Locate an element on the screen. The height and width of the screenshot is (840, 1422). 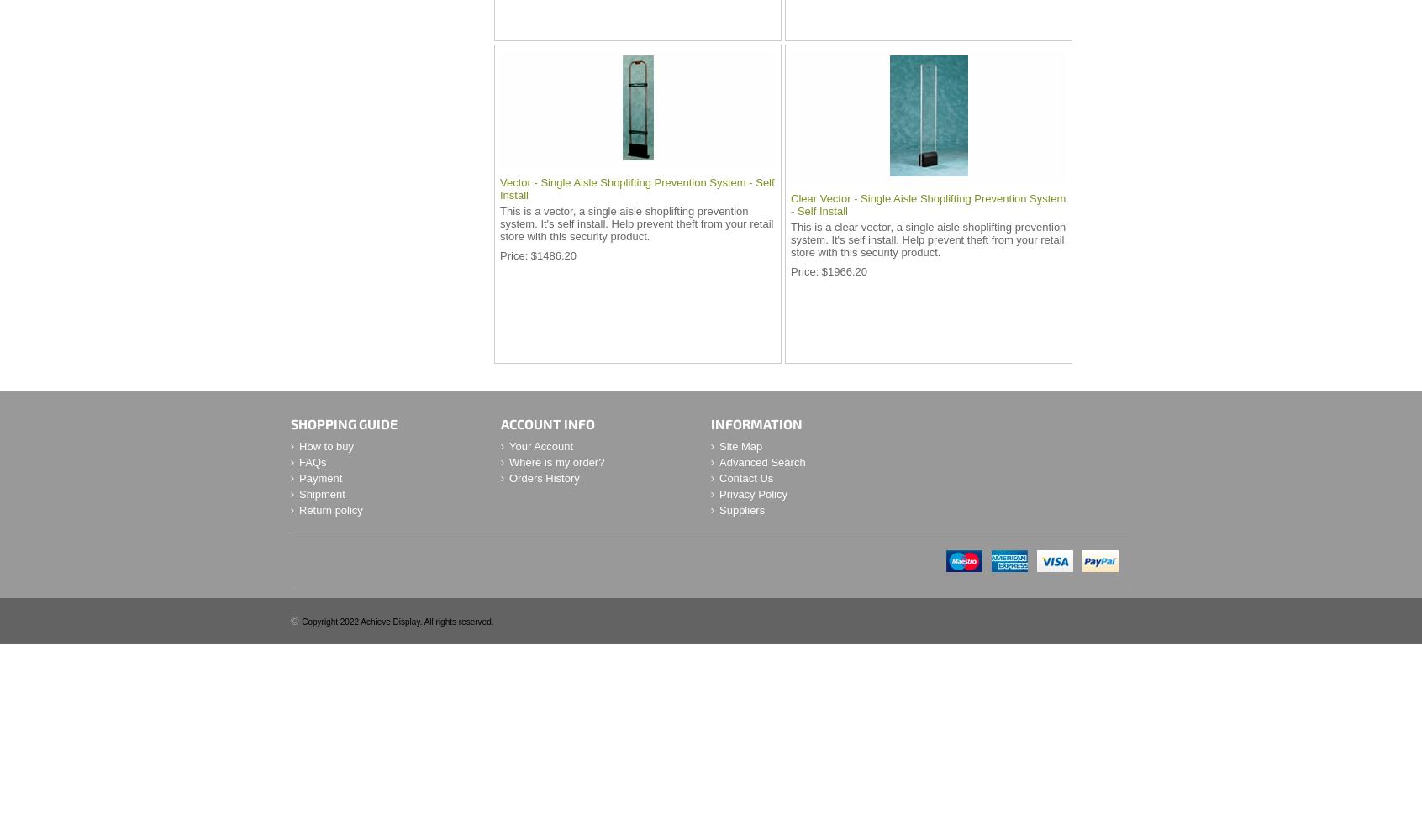
'Information' is located at coordinates (756, 423).